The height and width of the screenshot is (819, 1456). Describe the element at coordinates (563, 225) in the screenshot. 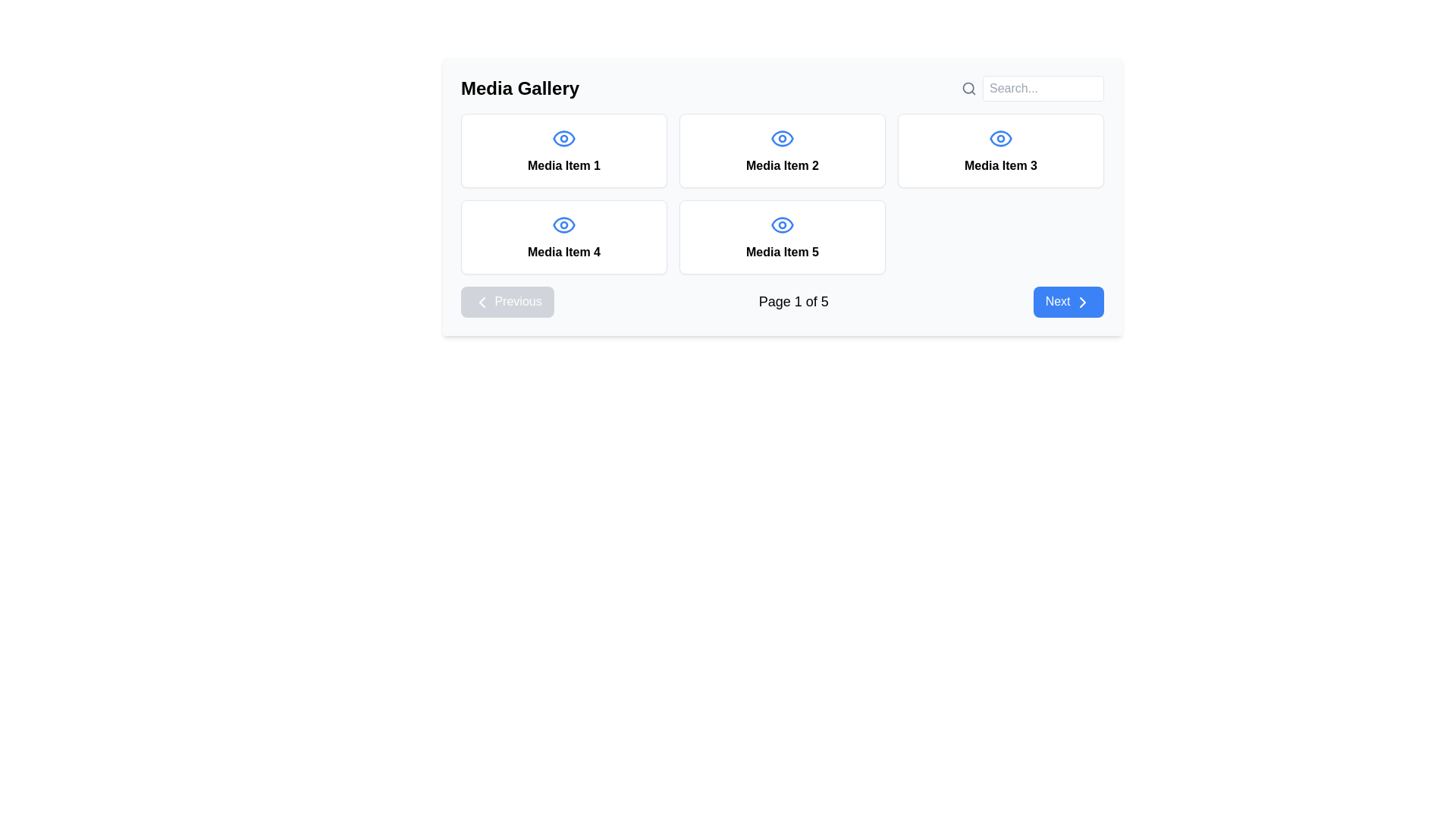

I see `properties of the outer boundary of the eye icon within the 'Media Item 4' card using developer tools` at that location.